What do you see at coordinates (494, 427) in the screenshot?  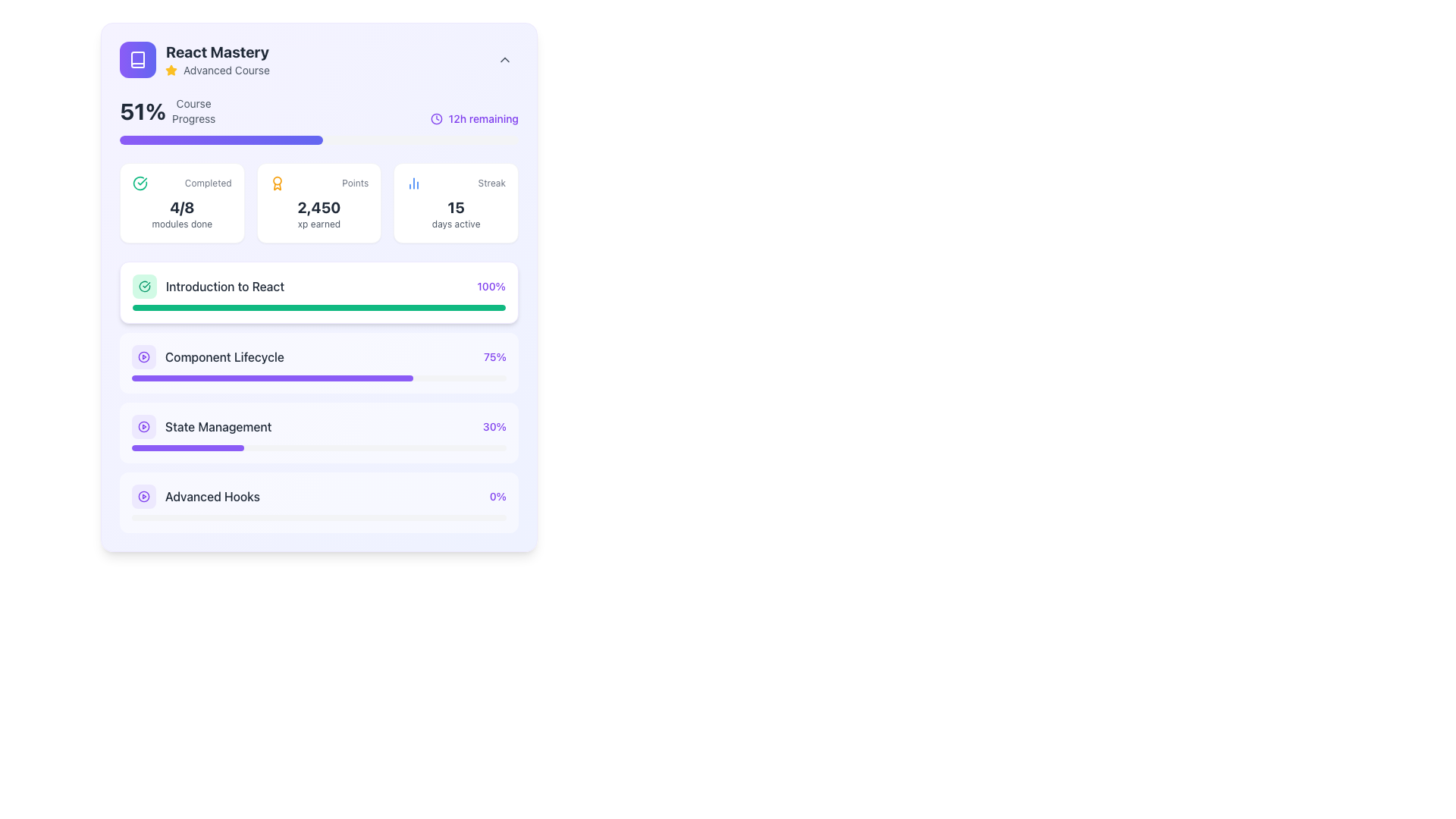 I see `the text label displaying '30%' in violet color, which is aligned to the right end of the progress entry in the 'State Management' row` at bounding box center [494, 427].